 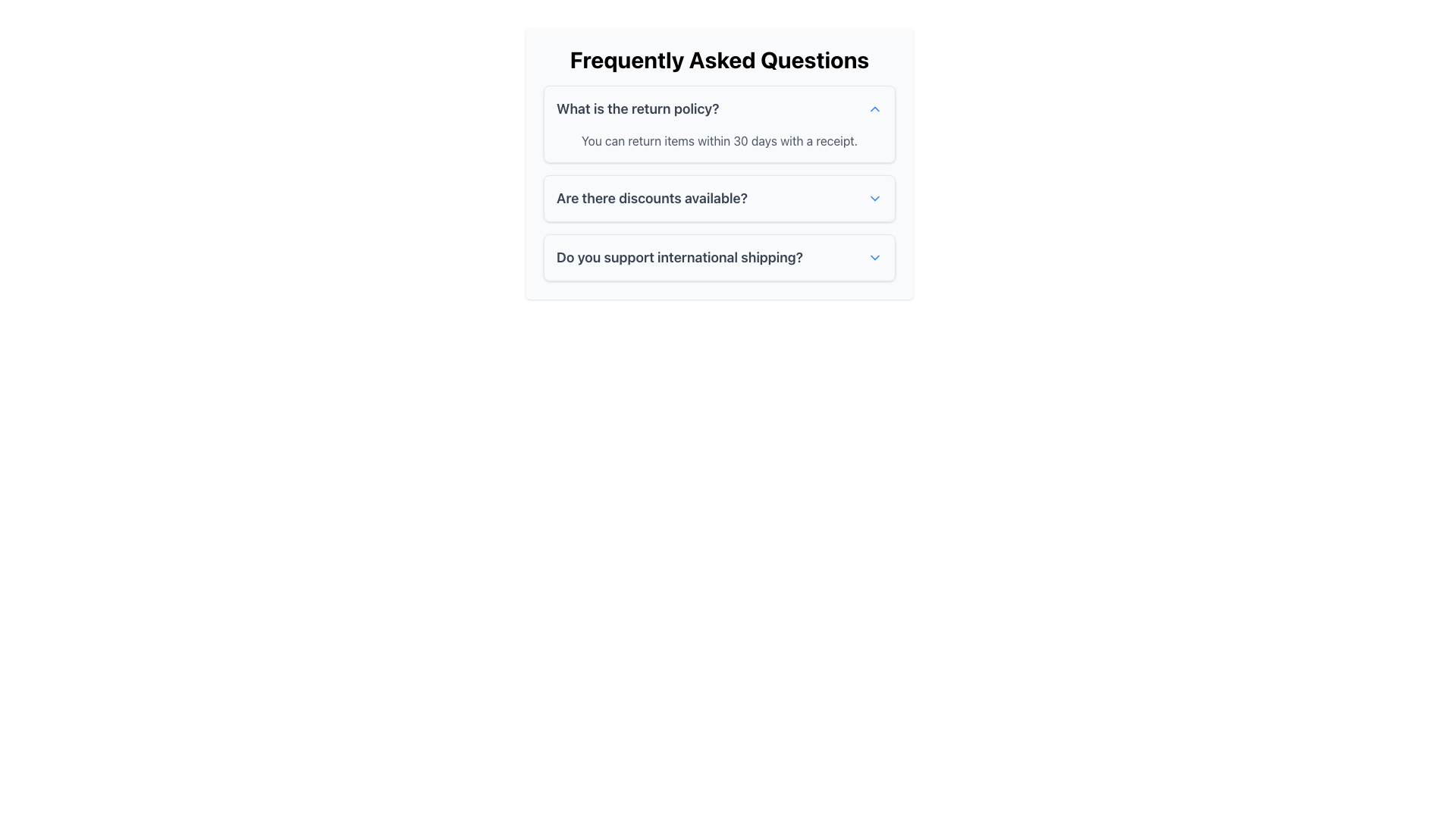 What do you see at coordinates (719, 183) in the screenshot?
I see `the second Collapsible FAQ item located in the 'Frequently Asked Questions' section` at bounding box center [719, 183].